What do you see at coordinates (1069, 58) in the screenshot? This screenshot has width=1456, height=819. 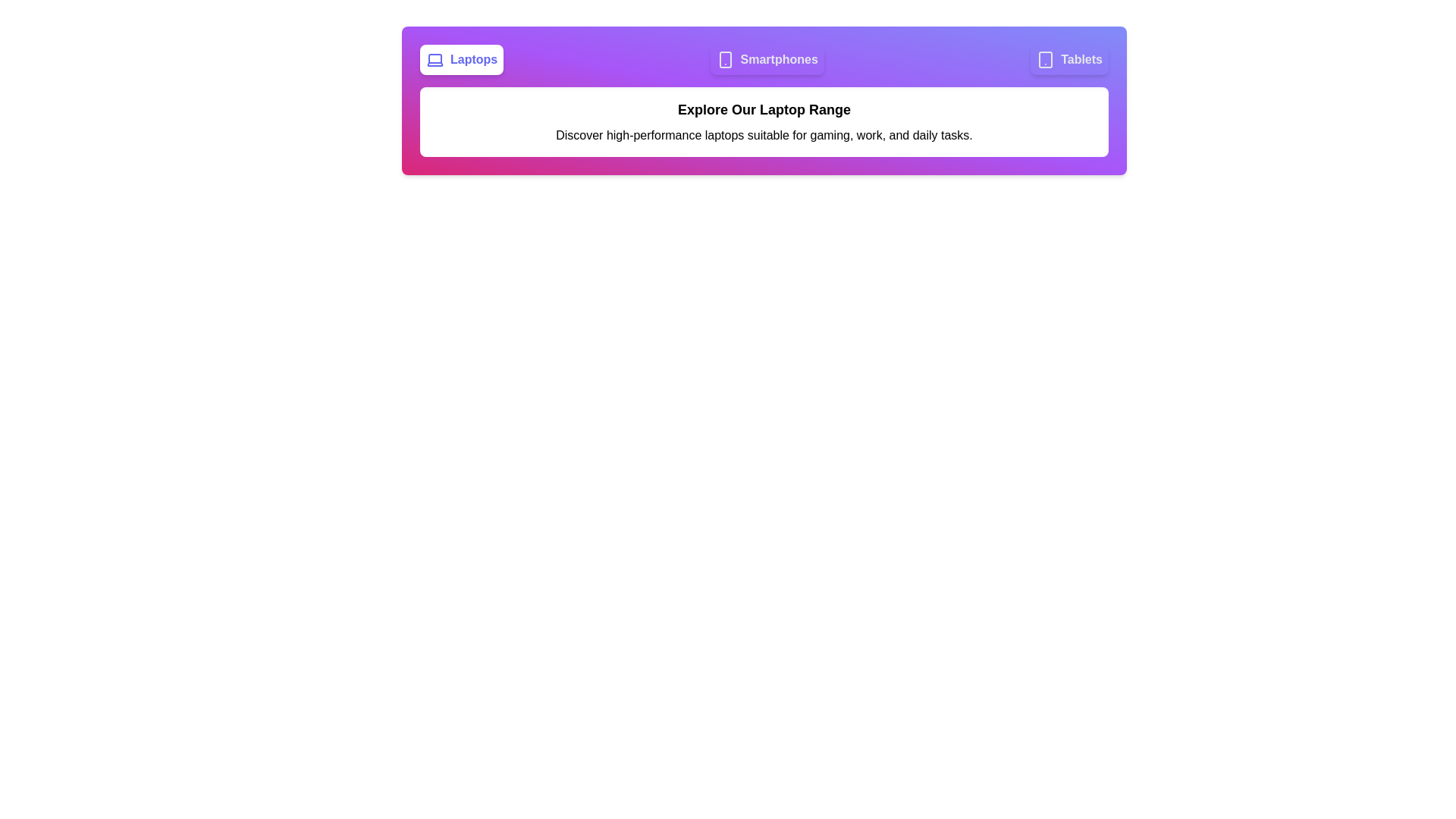 I see `the tab corresponding to Tablets` at bounding box center [1069, 58].